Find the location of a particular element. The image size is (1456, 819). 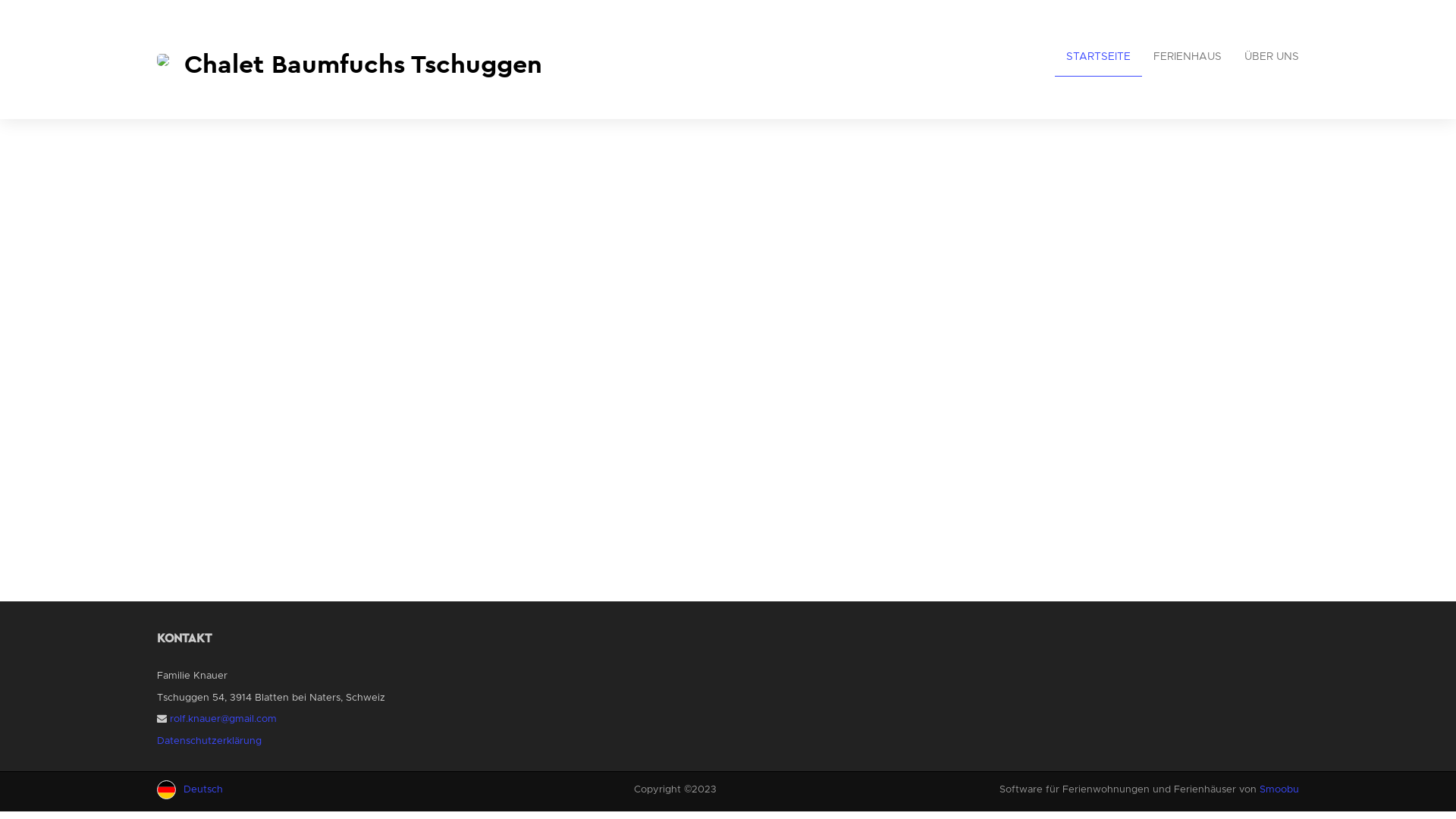

'STARTSEITE' is located at coordinates (1098, 56).